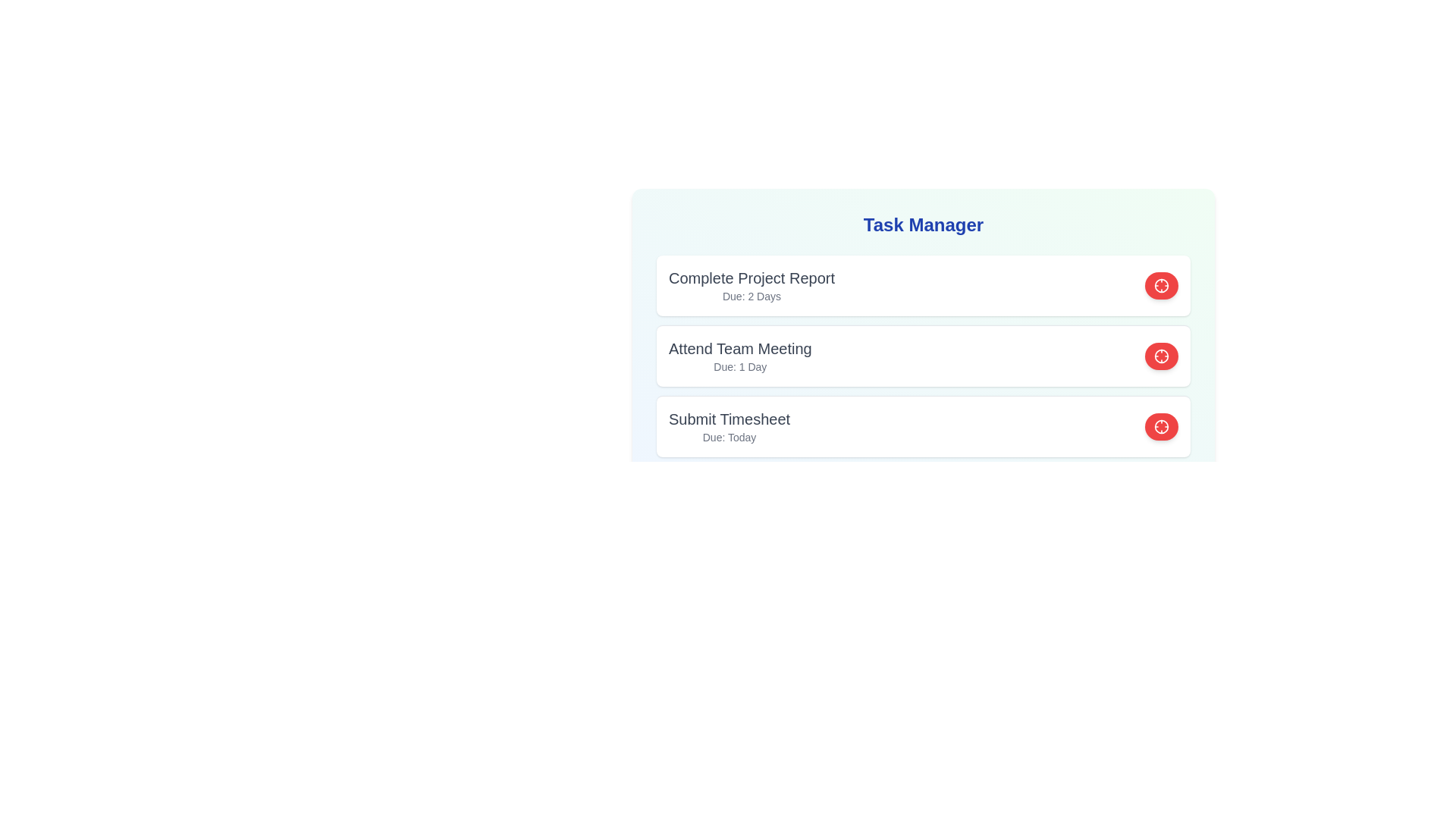 The height and width of the screenshot is (819, 1456). I want to click on the SVG icon representing the 'Submit Timesheet' task, which is the third item in the task list and is visually identifiable by its circular shape, so click(1160, 427).